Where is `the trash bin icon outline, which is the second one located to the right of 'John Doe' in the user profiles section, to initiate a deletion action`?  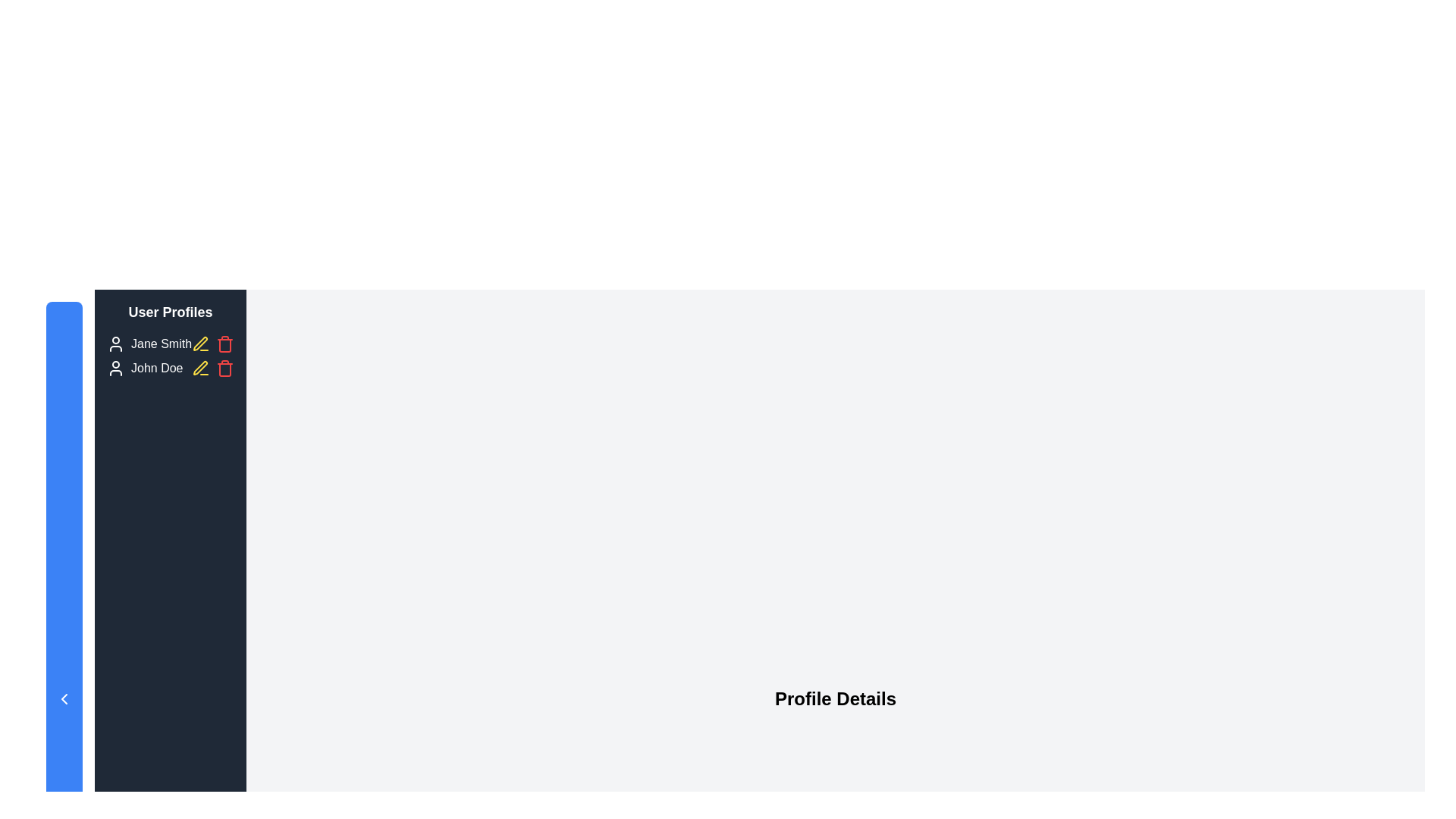
the trash bin icon outline, which is the second one located to the right of 'John Doe' in the user profiles section, to initiate a deletion action is located at coordinates (224, 370).